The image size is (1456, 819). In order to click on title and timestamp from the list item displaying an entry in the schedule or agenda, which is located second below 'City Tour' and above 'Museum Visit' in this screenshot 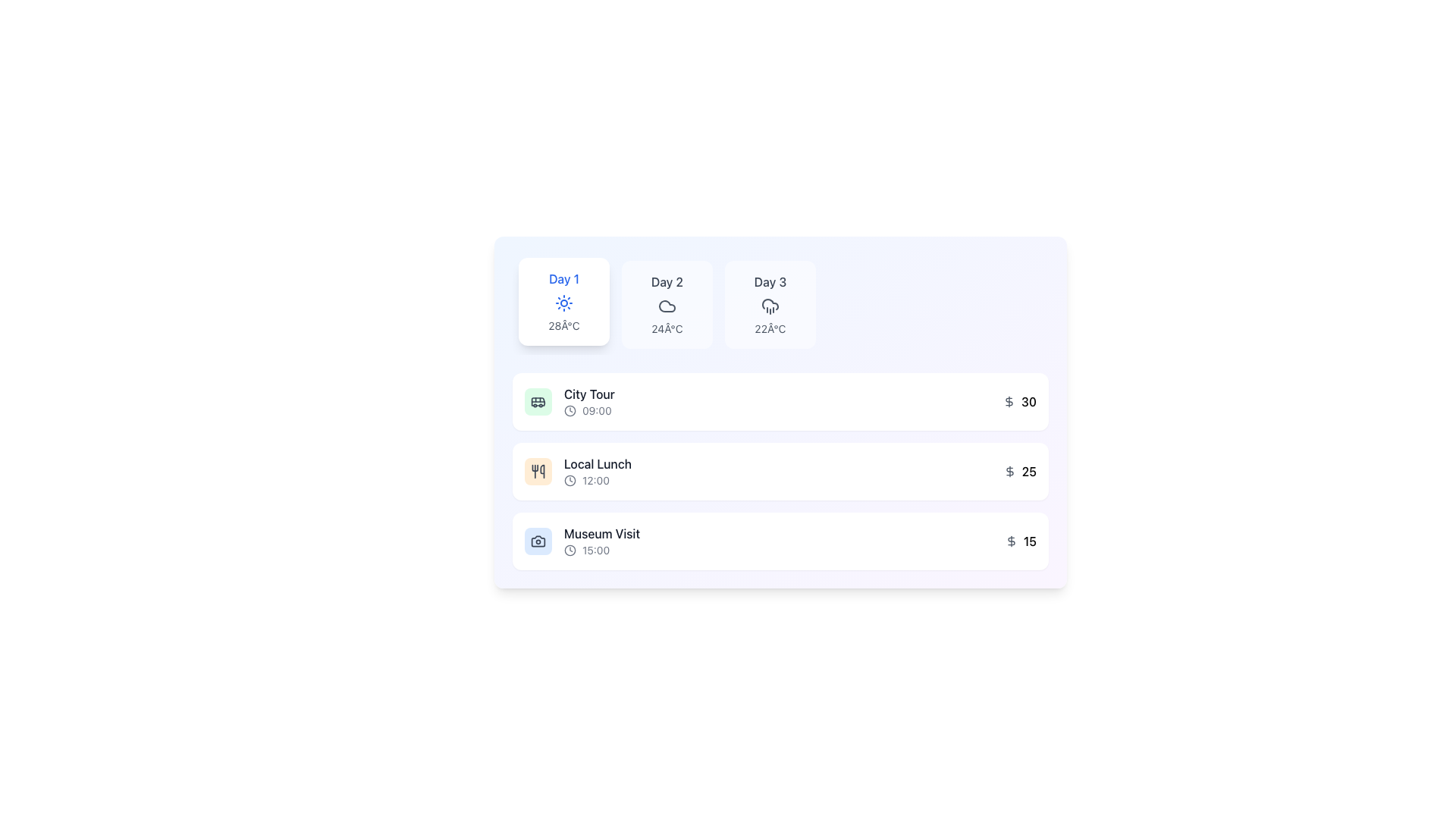, I will do `click(577, 470)`.